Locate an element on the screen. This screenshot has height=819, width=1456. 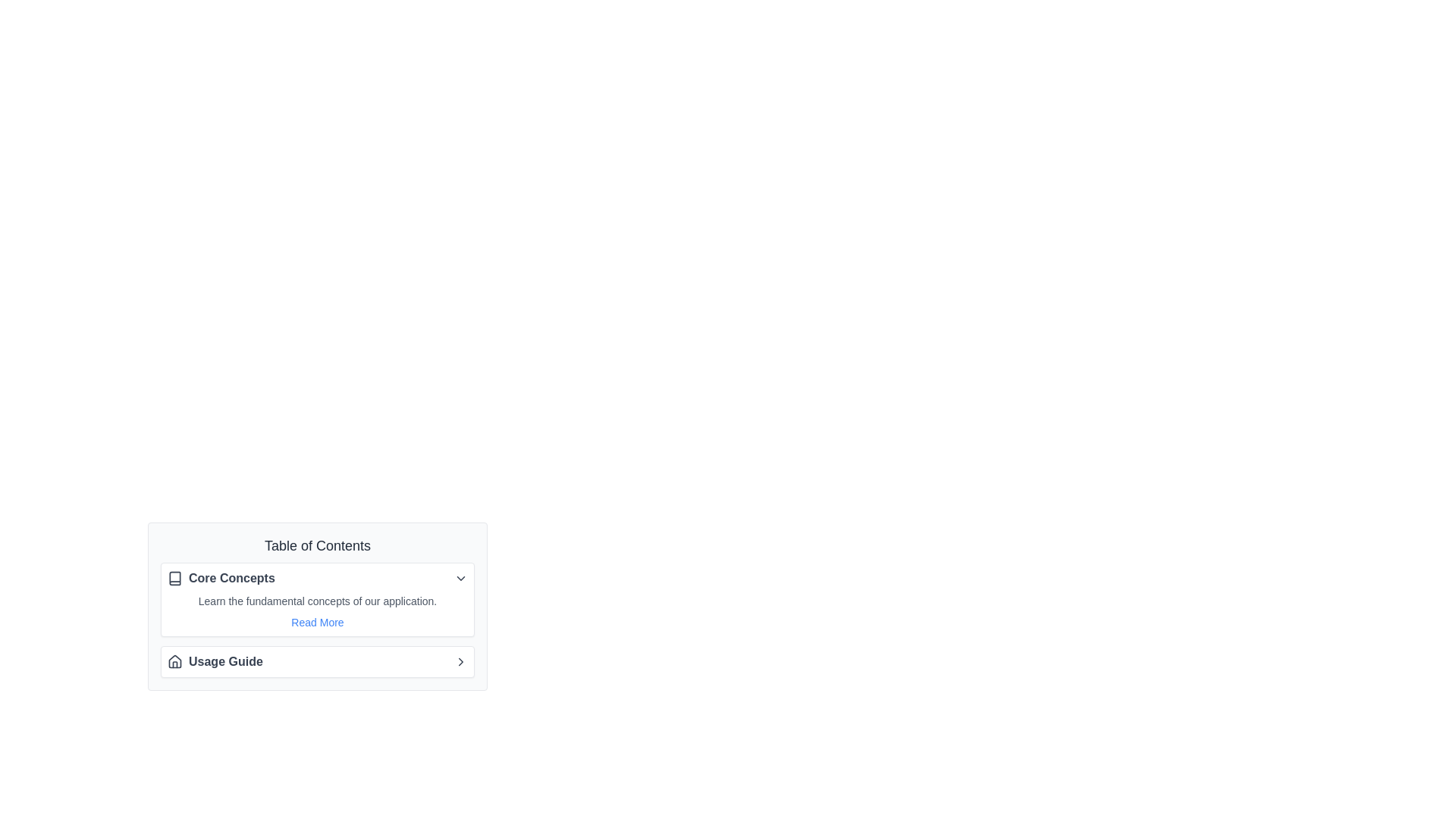
the SVG Icon representing 'Core Concepts', which is positioned to the left of the 'Core Concepts' label is located at coordinates (174, 579).